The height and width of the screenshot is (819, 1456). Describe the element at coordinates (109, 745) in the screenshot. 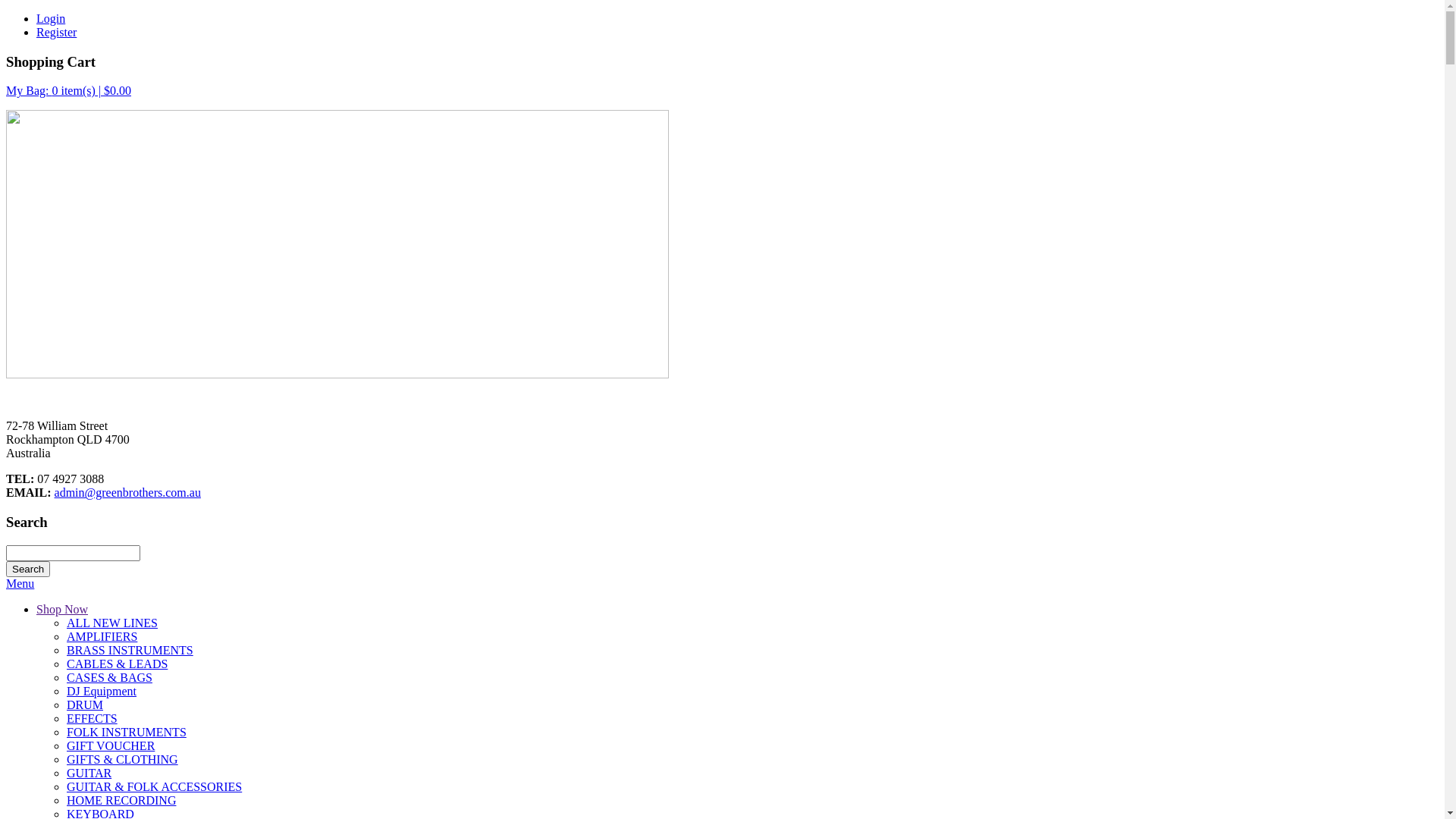

I see `'GIFT VOUCHER'` at that location.